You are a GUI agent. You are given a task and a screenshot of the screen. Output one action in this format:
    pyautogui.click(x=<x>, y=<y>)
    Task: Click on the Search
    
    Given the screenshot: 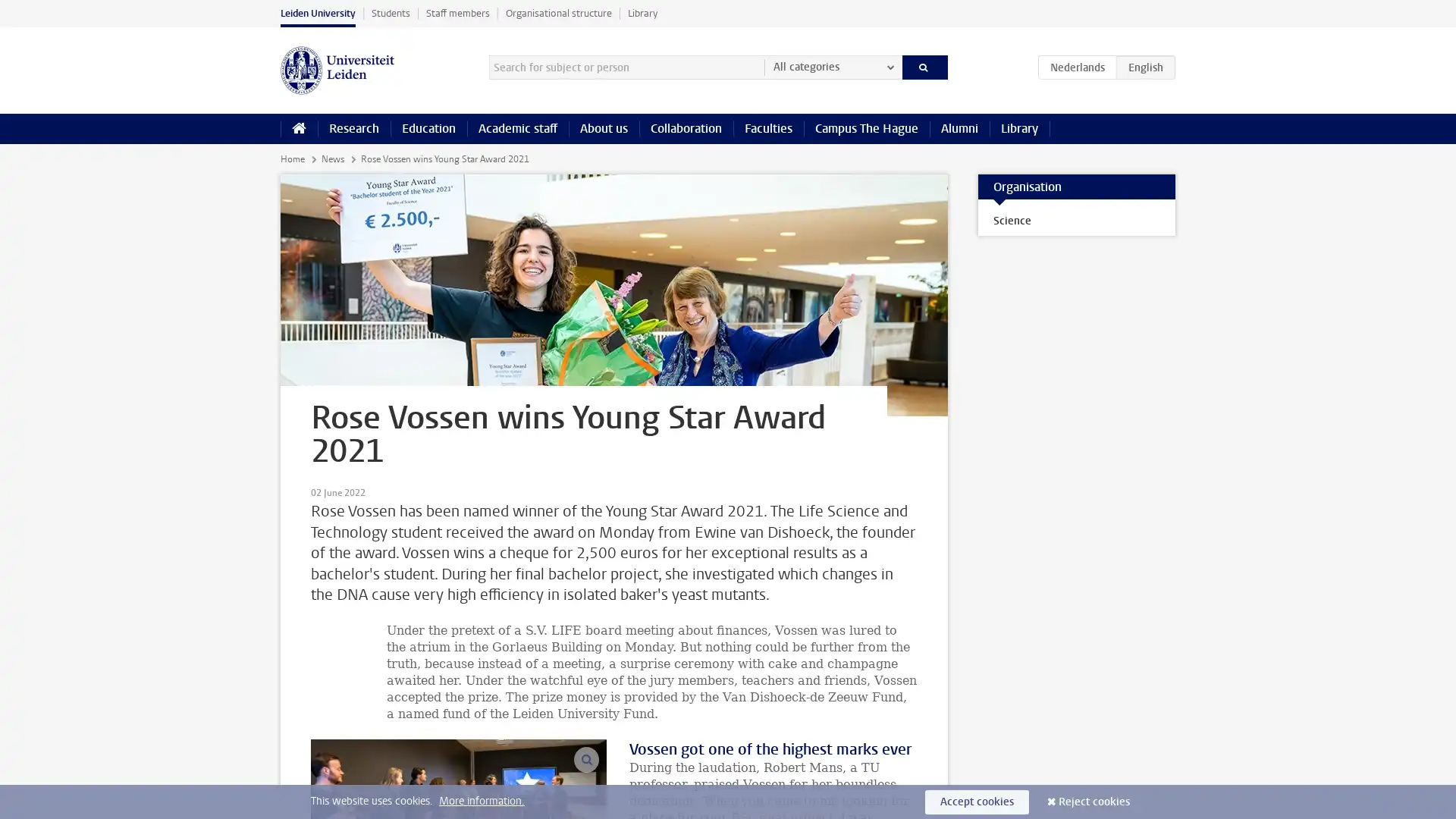 What is the action you would take?
    pyautogui.click(x=924, y=66)
    